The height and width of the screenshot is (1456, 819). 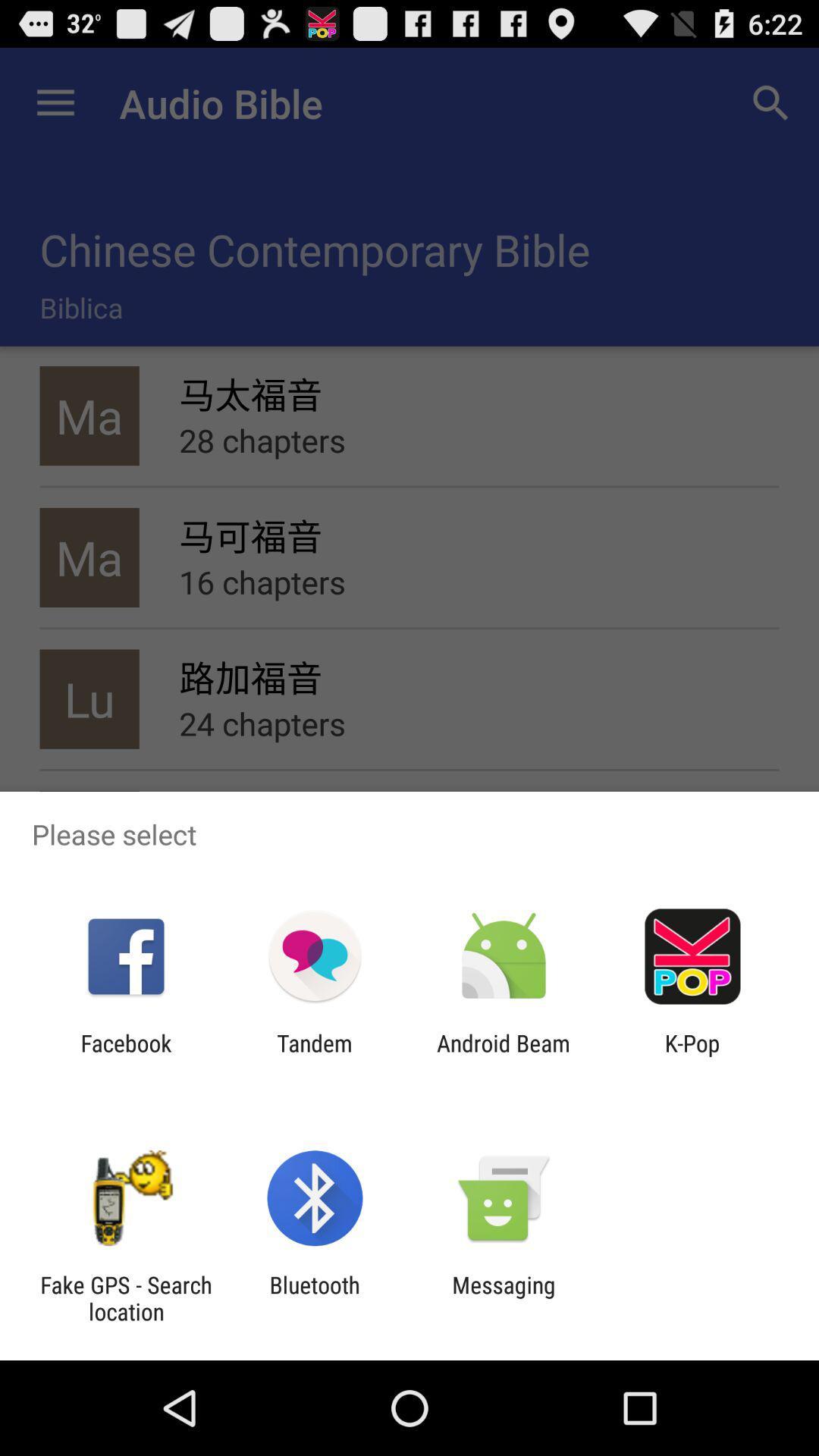 I want to click on item to the right of the bluetooth, so click(x=504, y=1298).